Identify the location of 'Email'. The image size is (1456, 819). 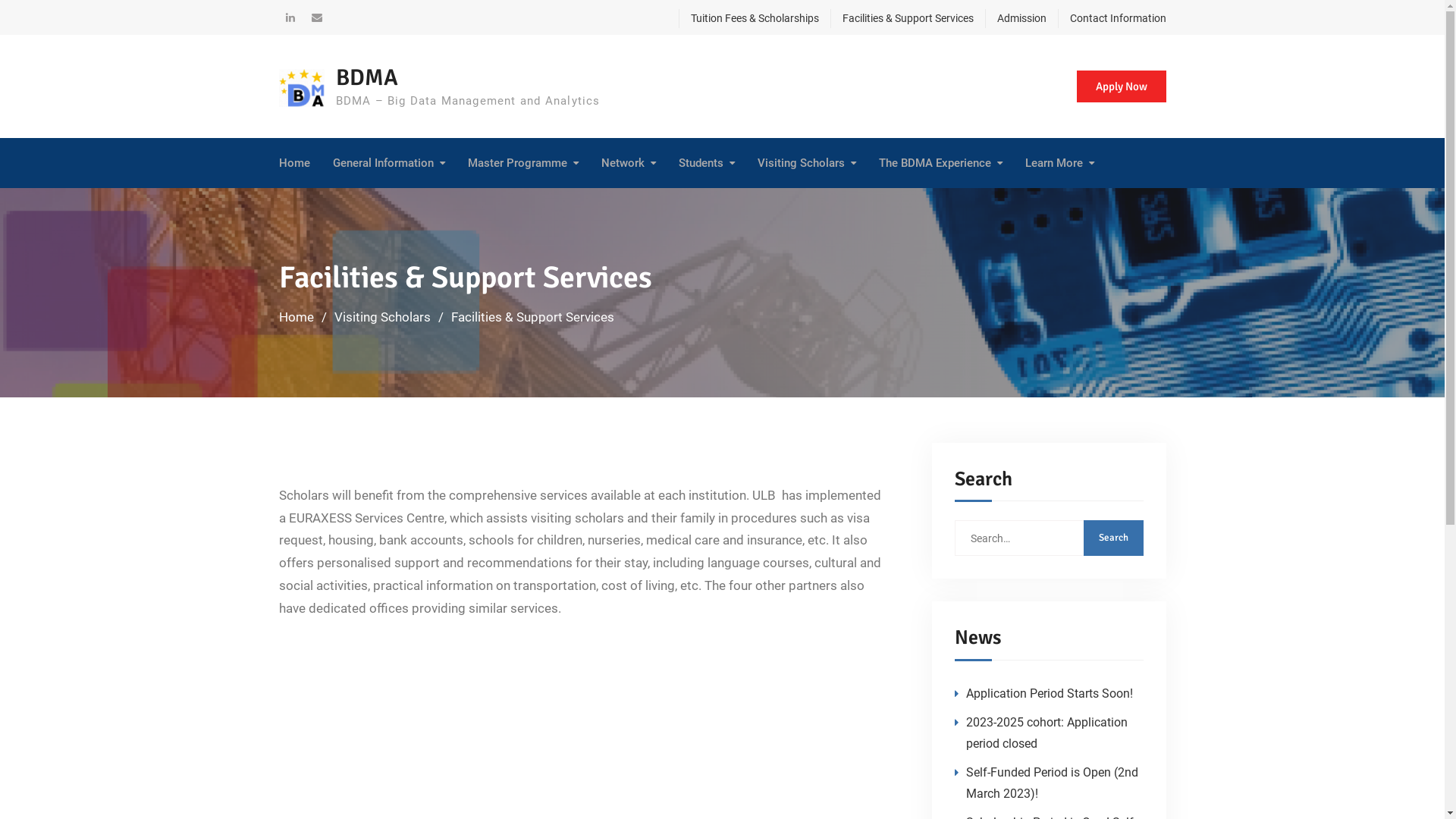
(315, 17).